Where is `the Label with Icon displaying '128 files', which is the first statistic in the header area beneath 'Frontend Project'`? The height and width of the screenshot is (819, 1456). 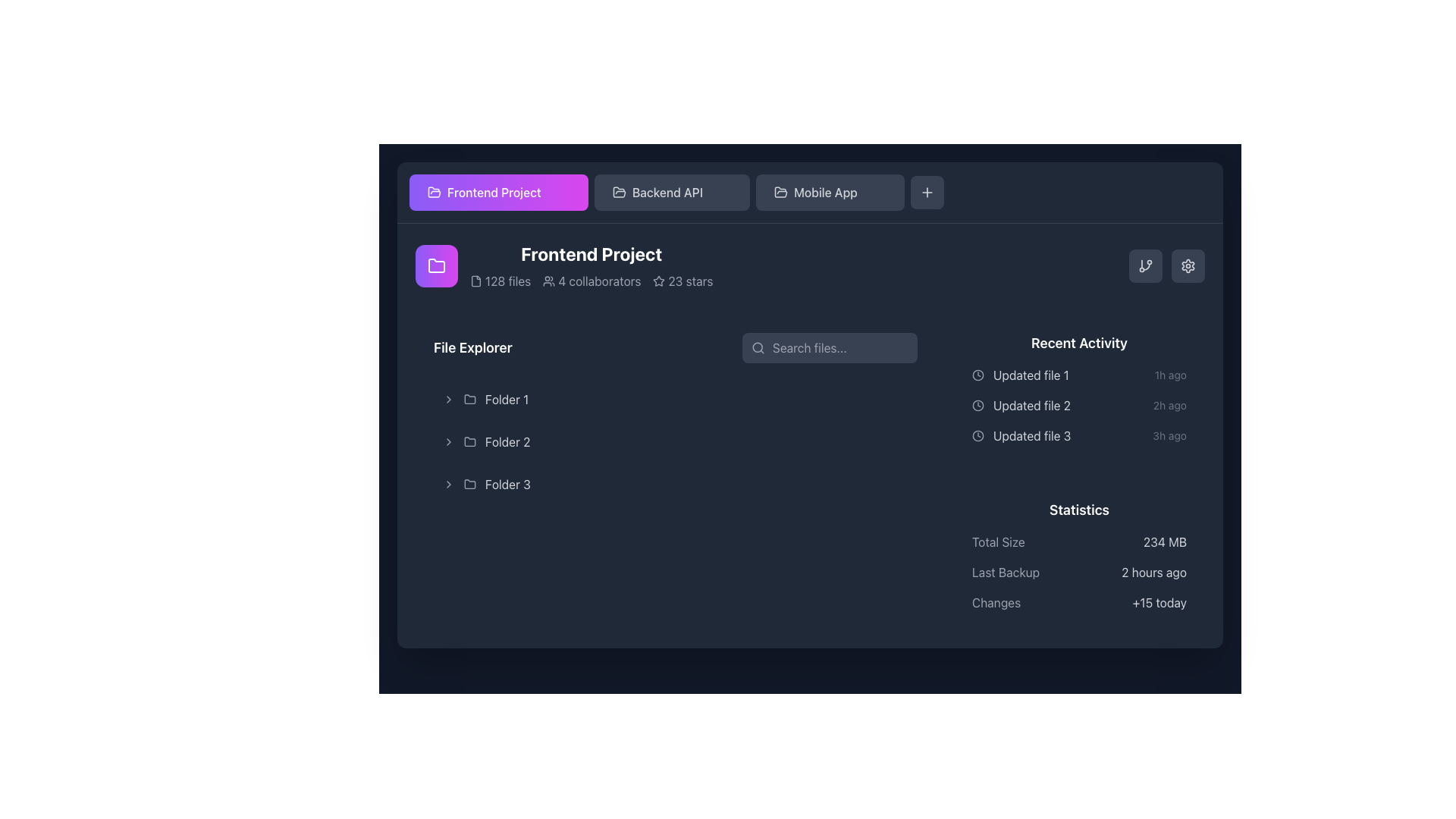 the Label with Icon displaying '128 files', which is the first statistic in the header area beneath 'Frontend Project' is located at coordinates (500, 281).